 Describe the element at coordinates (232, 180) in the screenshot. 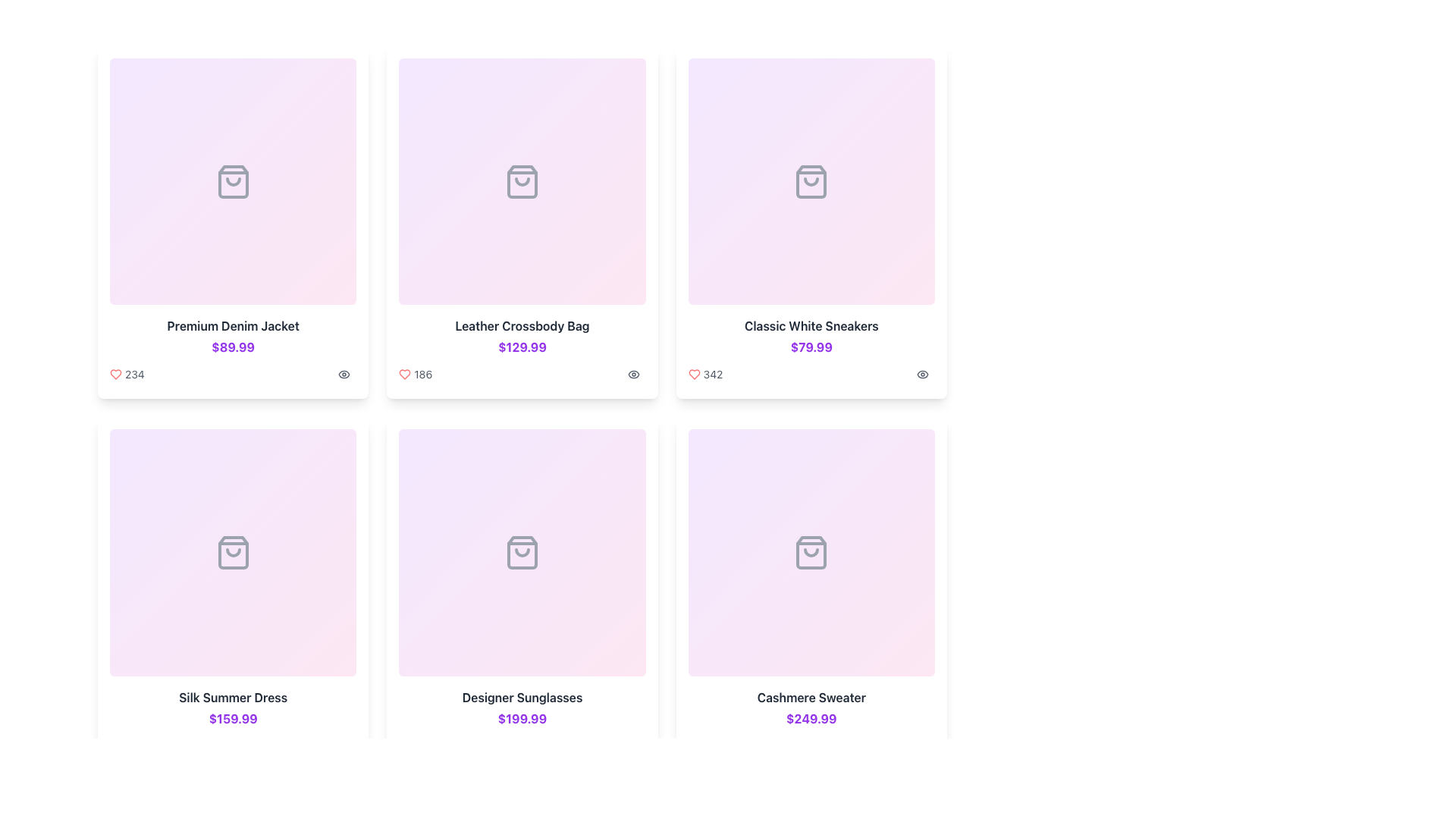

I see `the shopping bag icon located centrally within the top-left card of a grid structure to interact with it` at that location.